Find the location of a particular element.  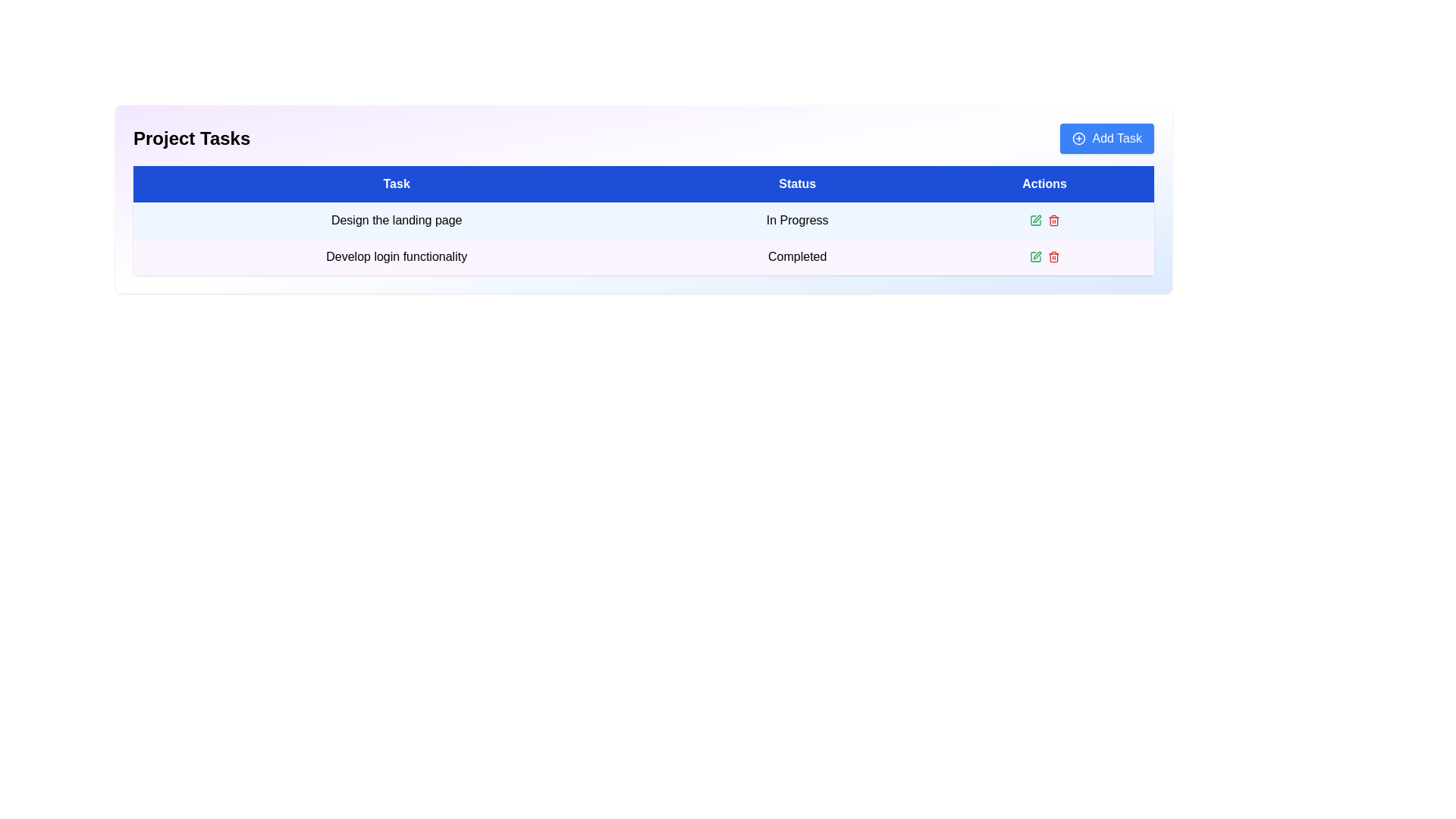

the table row displaying the task 'Develop login functionality' with status 'Completed' is located at coordinates (644, 256).